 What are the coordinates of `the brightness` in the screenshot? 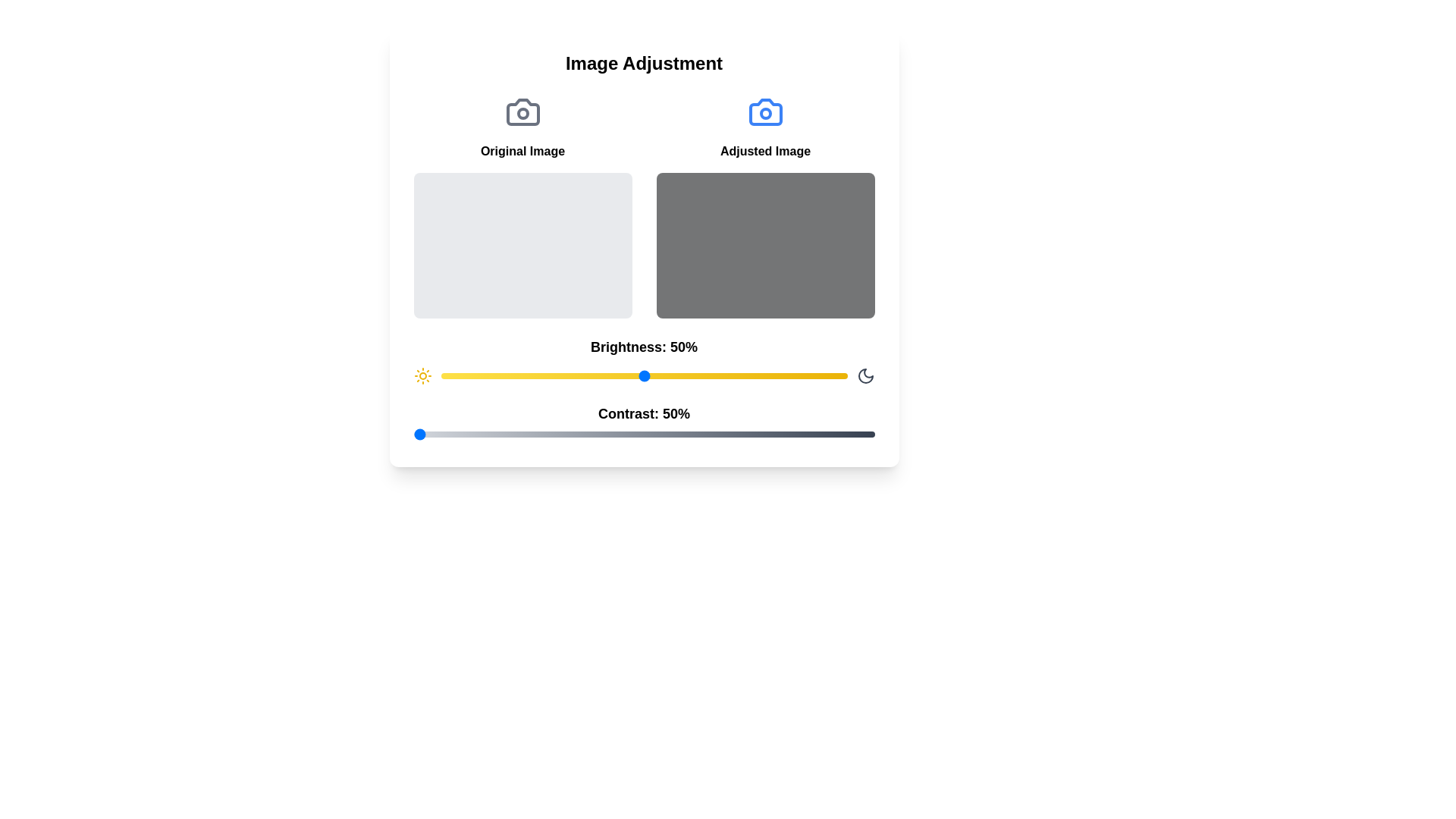 It's located at (660, 375).